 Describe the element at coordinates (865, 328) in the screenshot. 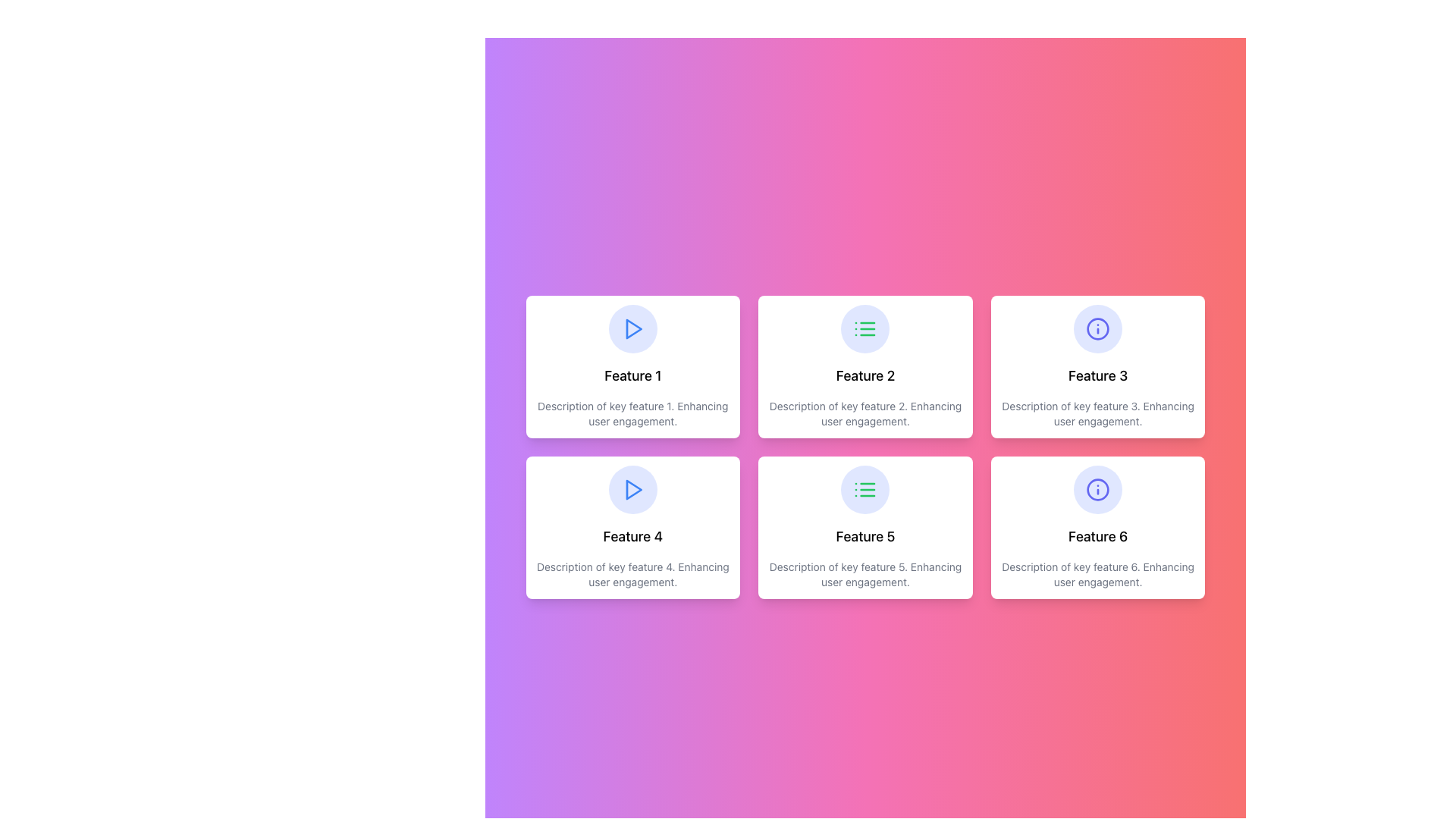

I see `the list layout icon with three horizontal green lines on a light blue circular background, located centrally within the 'Feature 5' card` at that location.